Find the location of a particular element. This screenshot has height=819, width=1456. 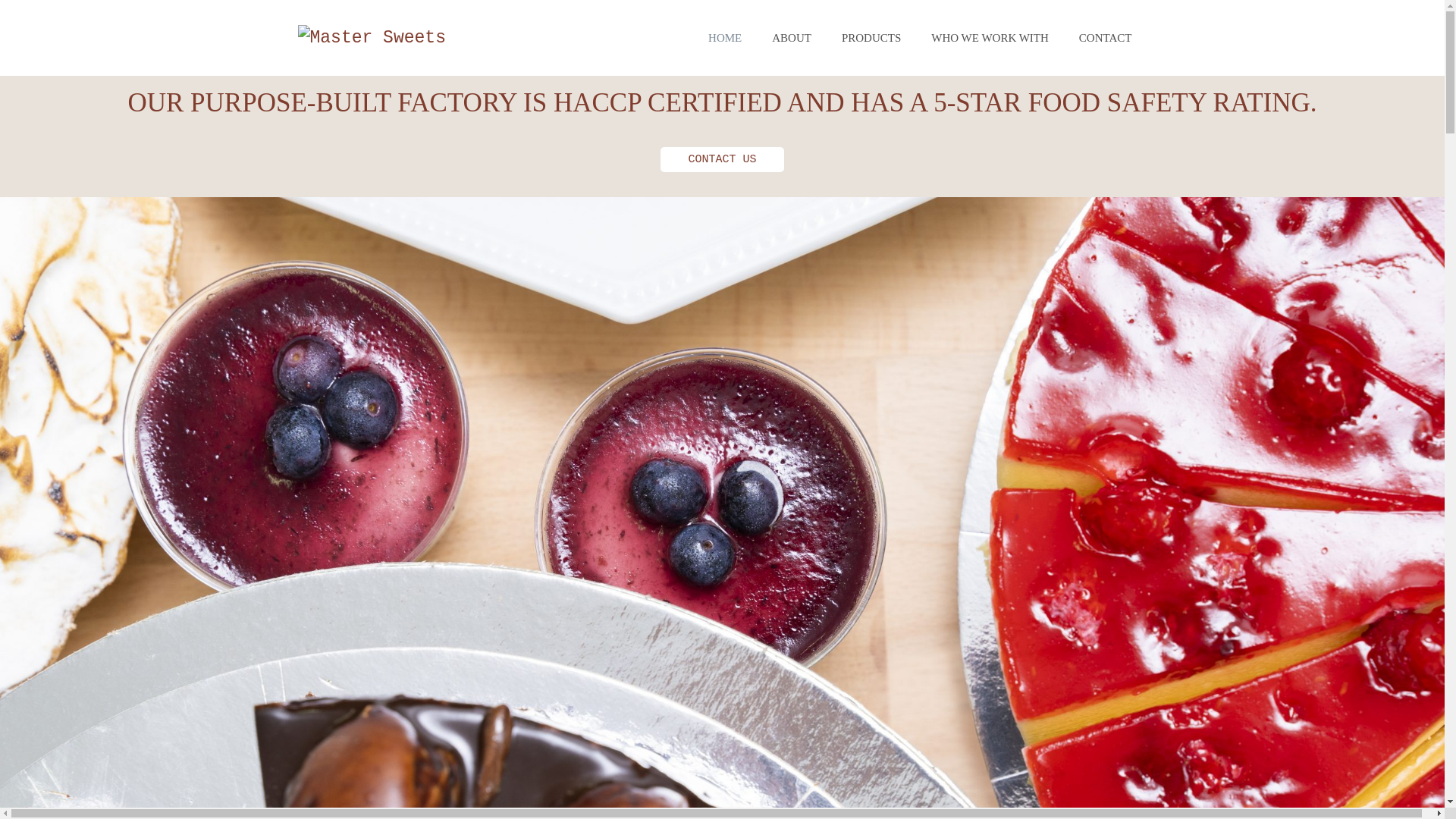

'Master Sweets' is located at coordinates (297, 37).